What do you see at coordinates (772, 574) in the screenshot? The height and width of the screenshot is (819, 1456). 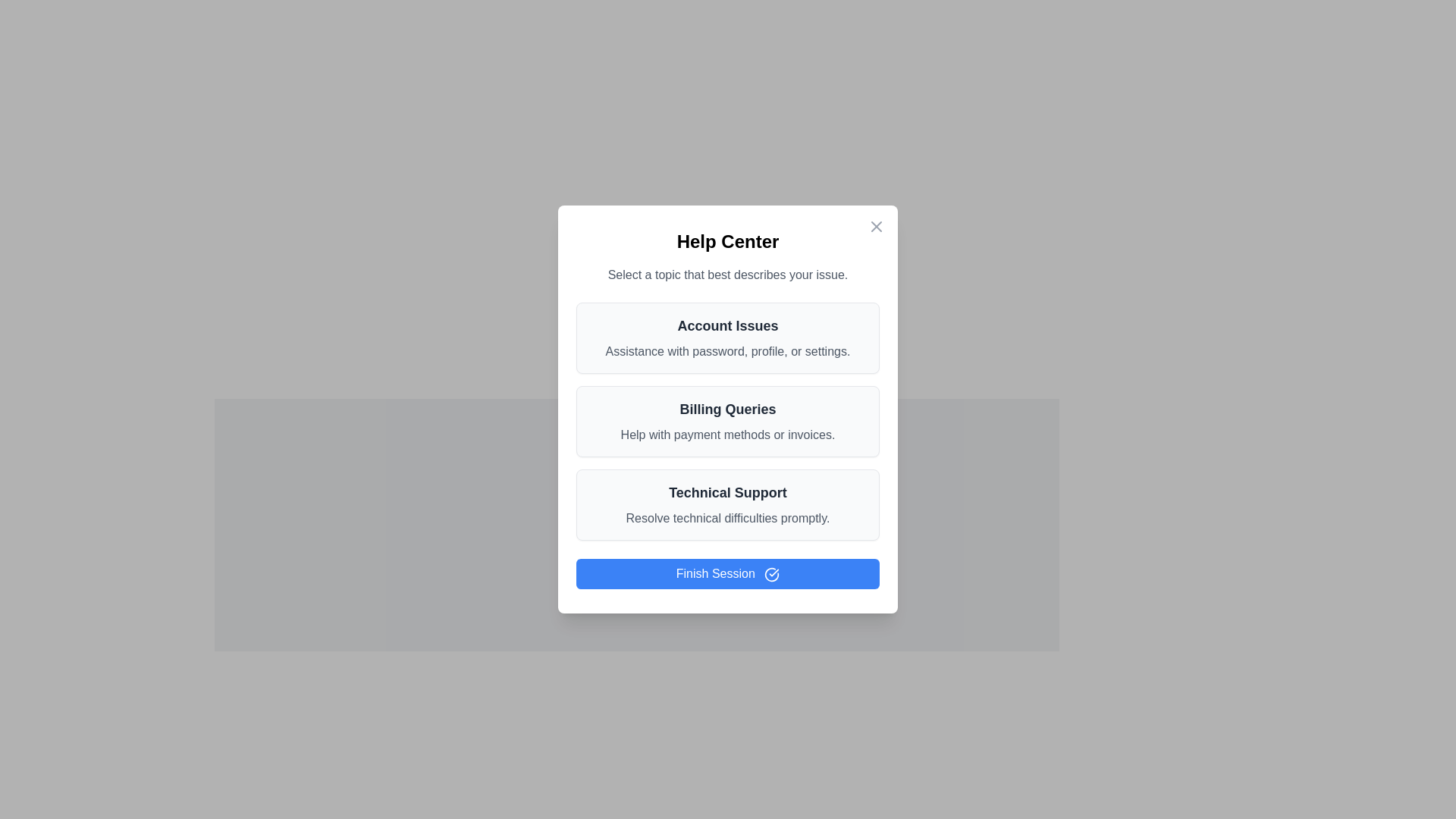 I see `the small circular icon with a checkmark inside, located at the end of the blue 'Finish Session' button in the Help Center dialog for visual feedback` at bounding box center [772, 574].